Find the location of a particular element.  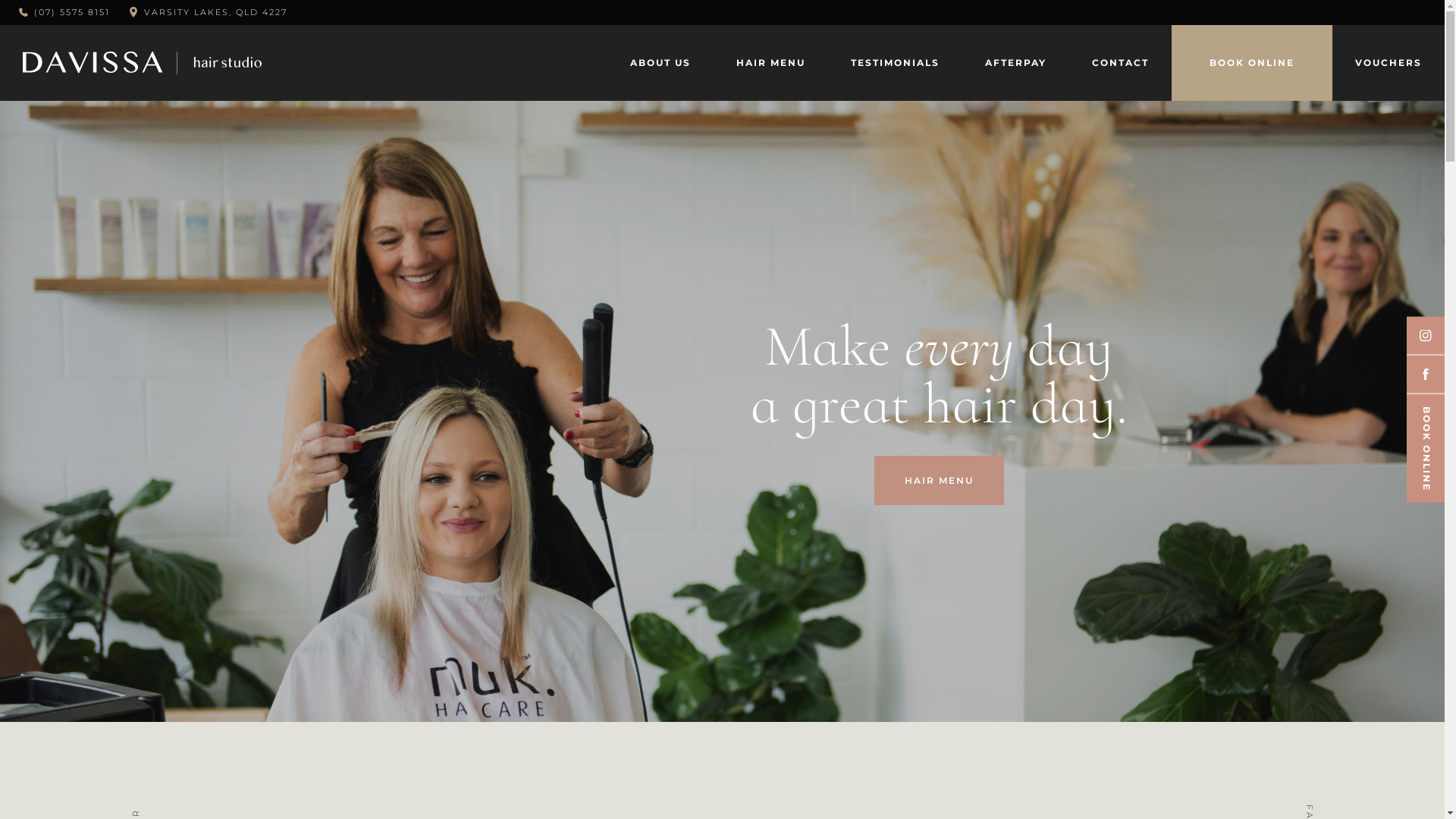

'VOUCHERS' is located at coordinates (1388, 62).